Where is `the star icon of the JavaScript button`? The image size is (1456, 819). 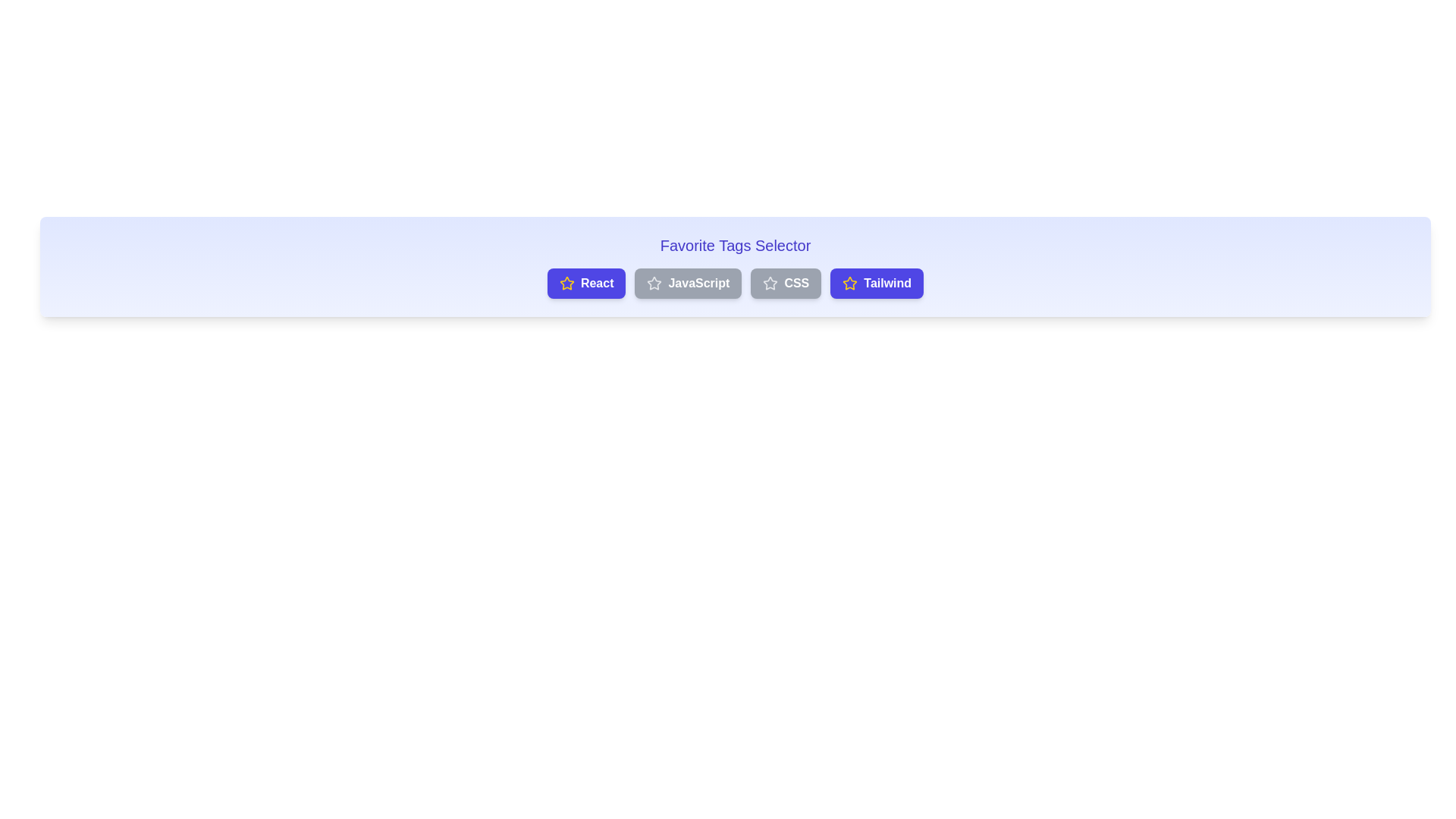 the star icon of the JavaScript button is located at coordinates (654, 284).